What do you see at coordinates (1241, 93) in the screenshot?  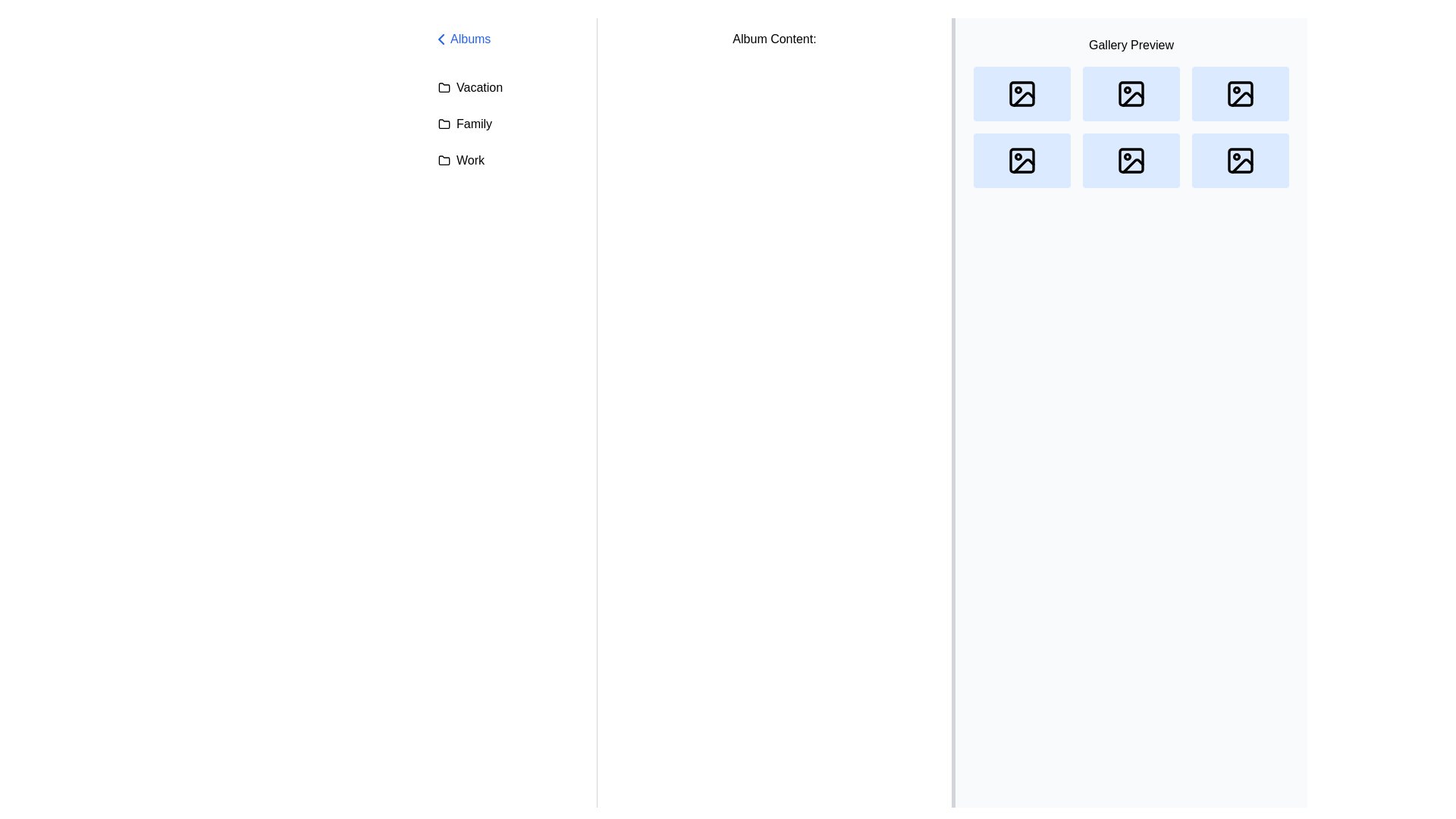 I see `the icon representing a generic image located in the top row and third column of the Gallery Preview section` at bounding box center [1241, 93].